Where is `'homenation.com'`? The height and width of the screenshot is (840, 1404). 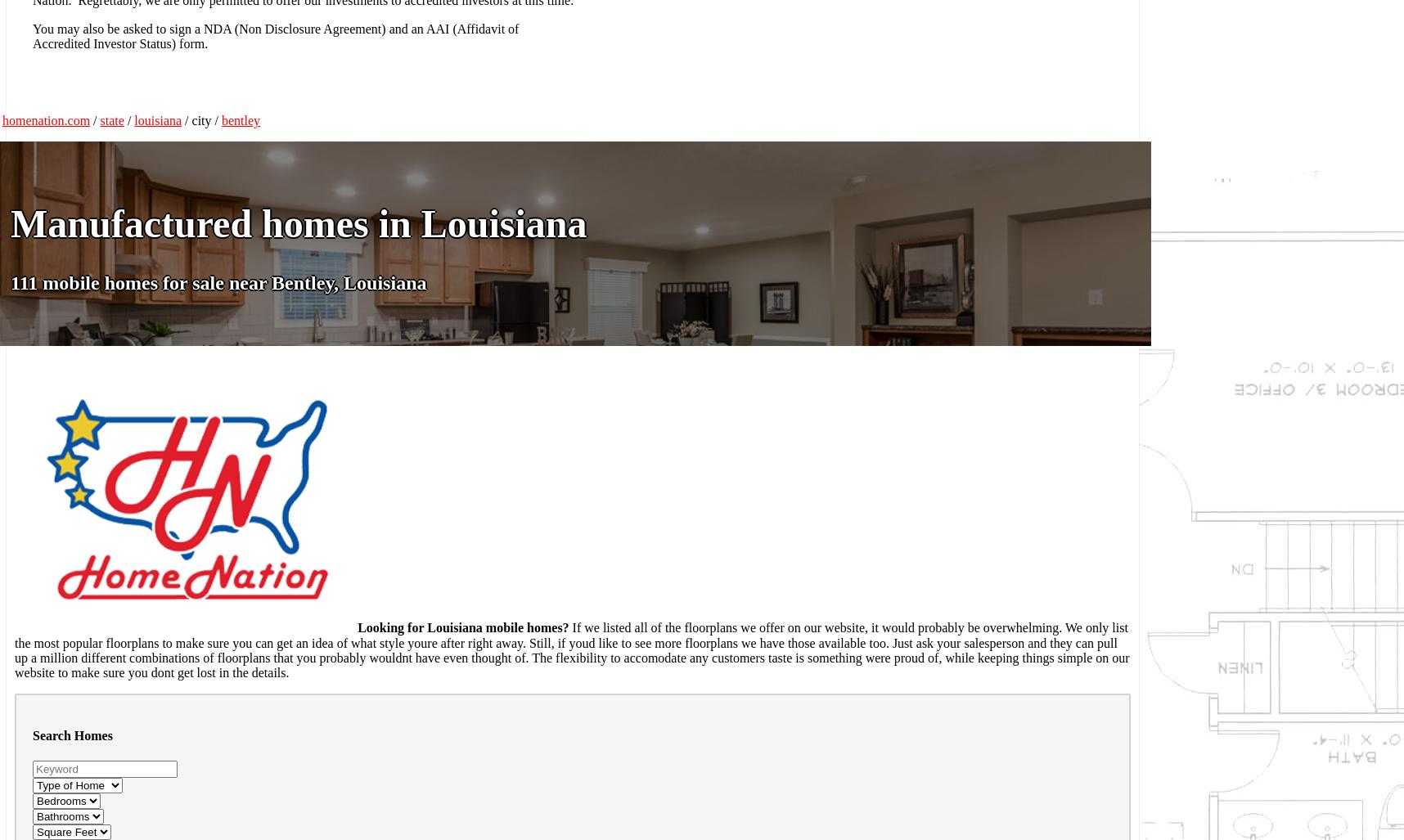 'homenation.com' is located at coordinates (45, 120).